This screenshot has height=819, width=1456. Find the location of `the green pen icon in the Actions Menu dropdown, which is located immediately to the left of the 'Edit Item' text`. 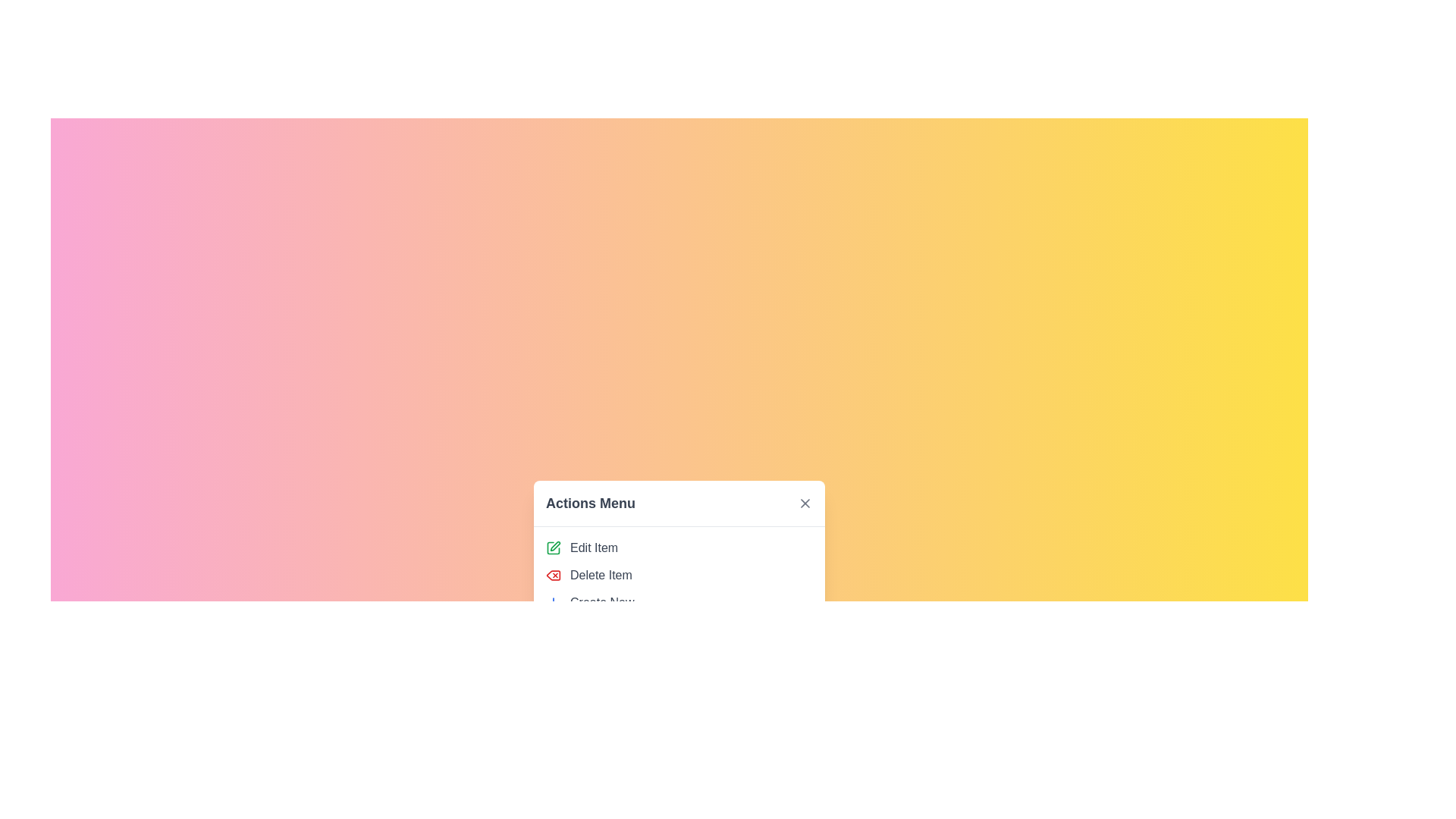

the green pen icon in the Actions Menu dropdown, which is located immediately to the left of the 'Edit Item' text is located at coordinates (552, 548).